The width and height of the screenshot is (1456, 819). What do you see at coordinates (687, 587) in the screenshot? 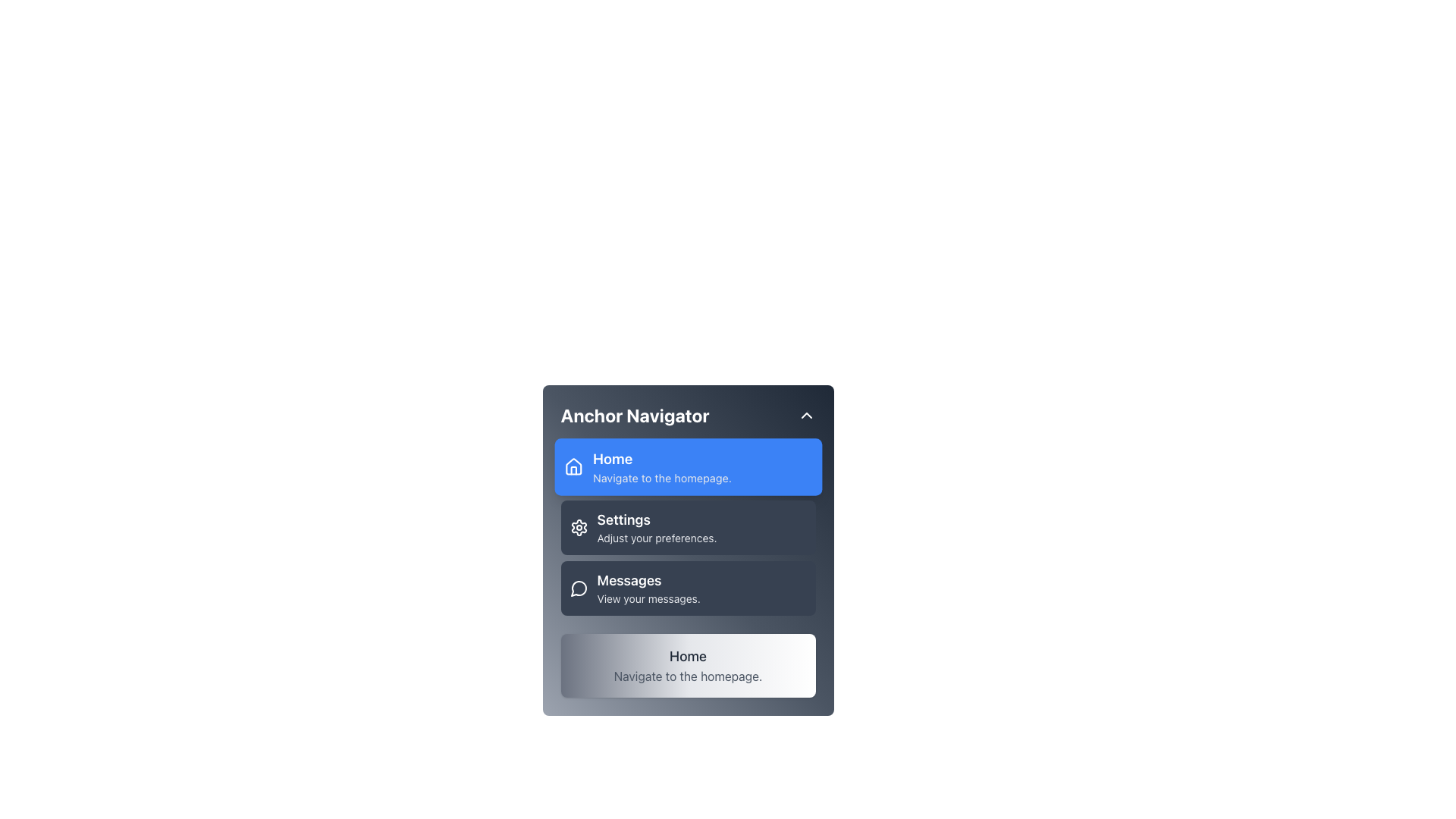
I see `the third navigation button labeled 'Messages' in the 'Anchor Navigator'` at bounding box center [687, 587].